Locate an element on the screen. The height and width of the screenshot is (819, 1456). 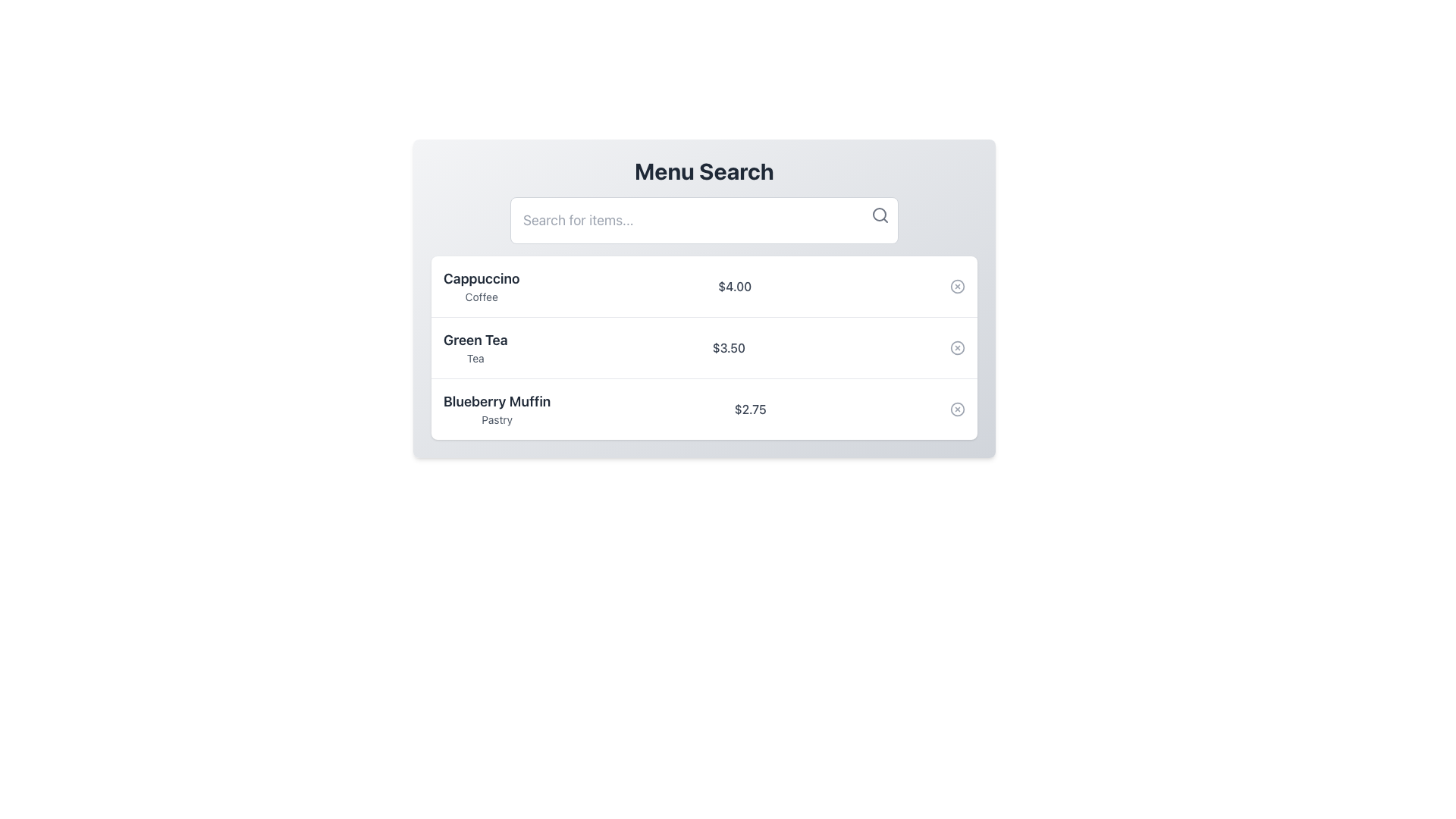
the Text label that serves as the primary display name for an item in a menu interface, located in the central part of the UI, above 'Tea', surrounded by 'Cappuccino' and 'Blueberry Muffin' is located at coordinates (475, 339).